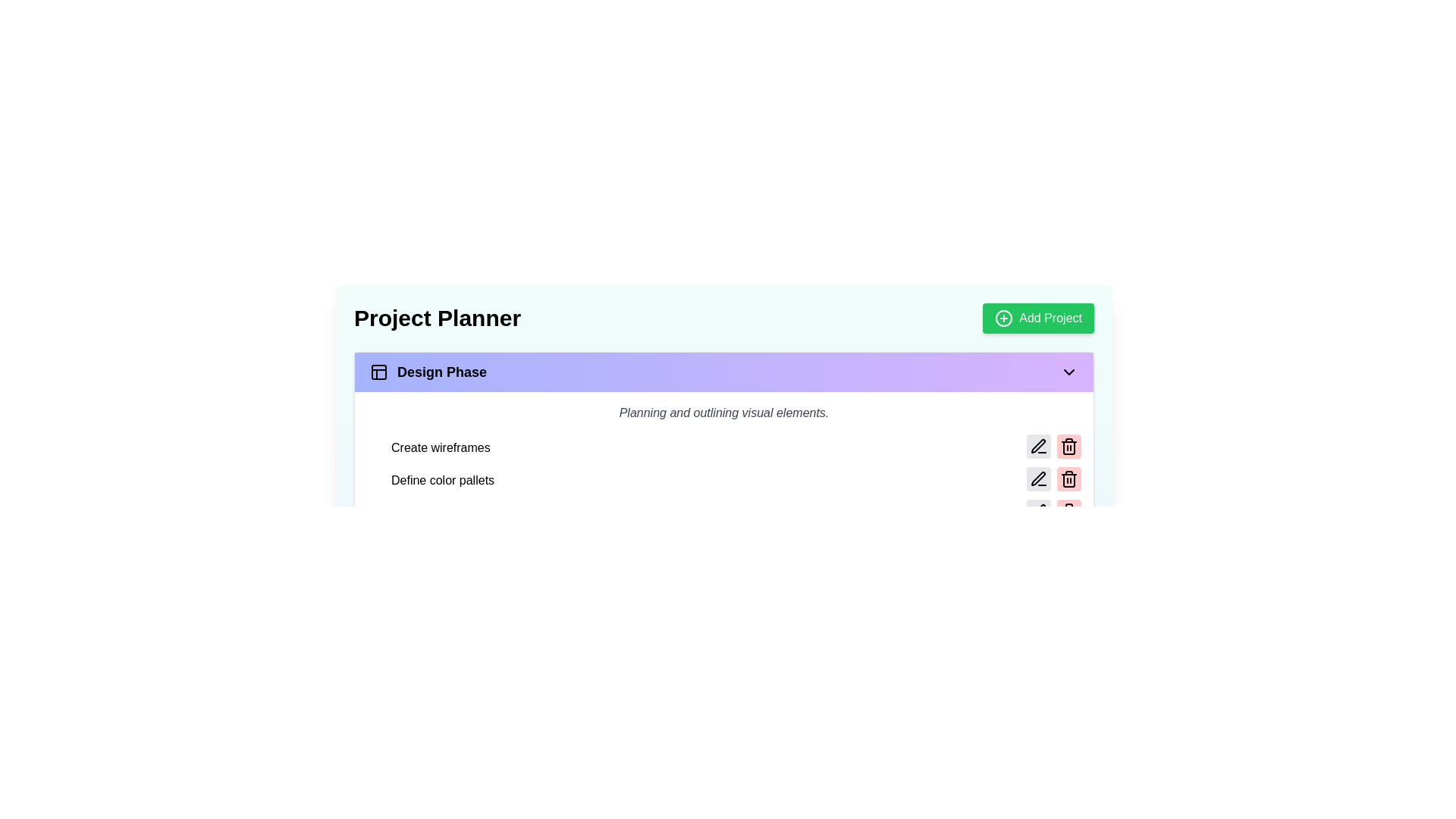 This screenshot has height=819, width=1456. Describe the element at coordinates (1037, 444) in the screenshot. I see `the pen icon, which is a minimalistic vector graphic representing an editing tool, to initiate editing` at that location.